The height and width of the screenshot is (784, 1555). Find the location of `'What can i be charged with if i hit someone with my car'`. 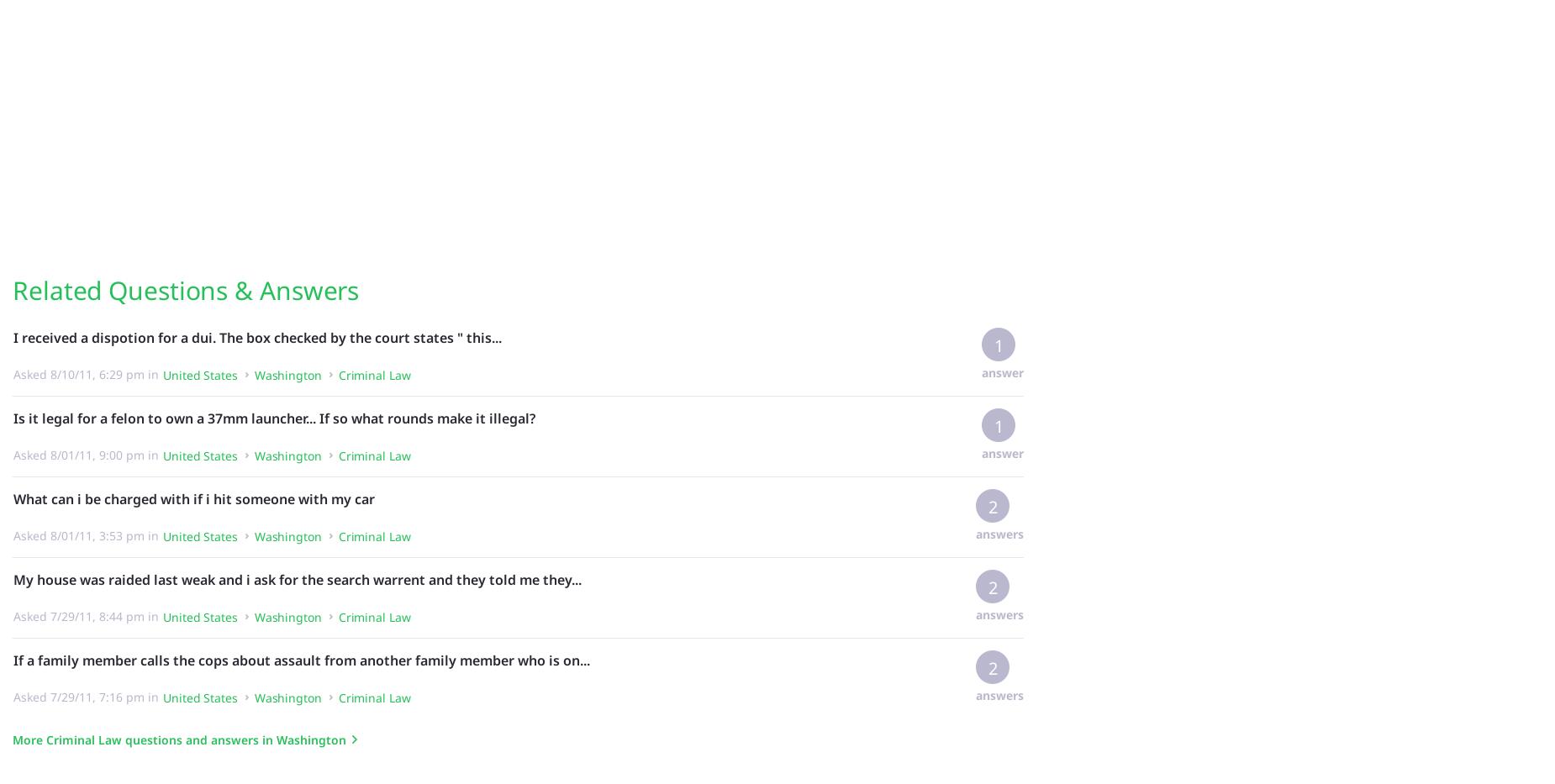

'What can i be charged with if i hit someone with my car' is located at coordinates (193, 498).